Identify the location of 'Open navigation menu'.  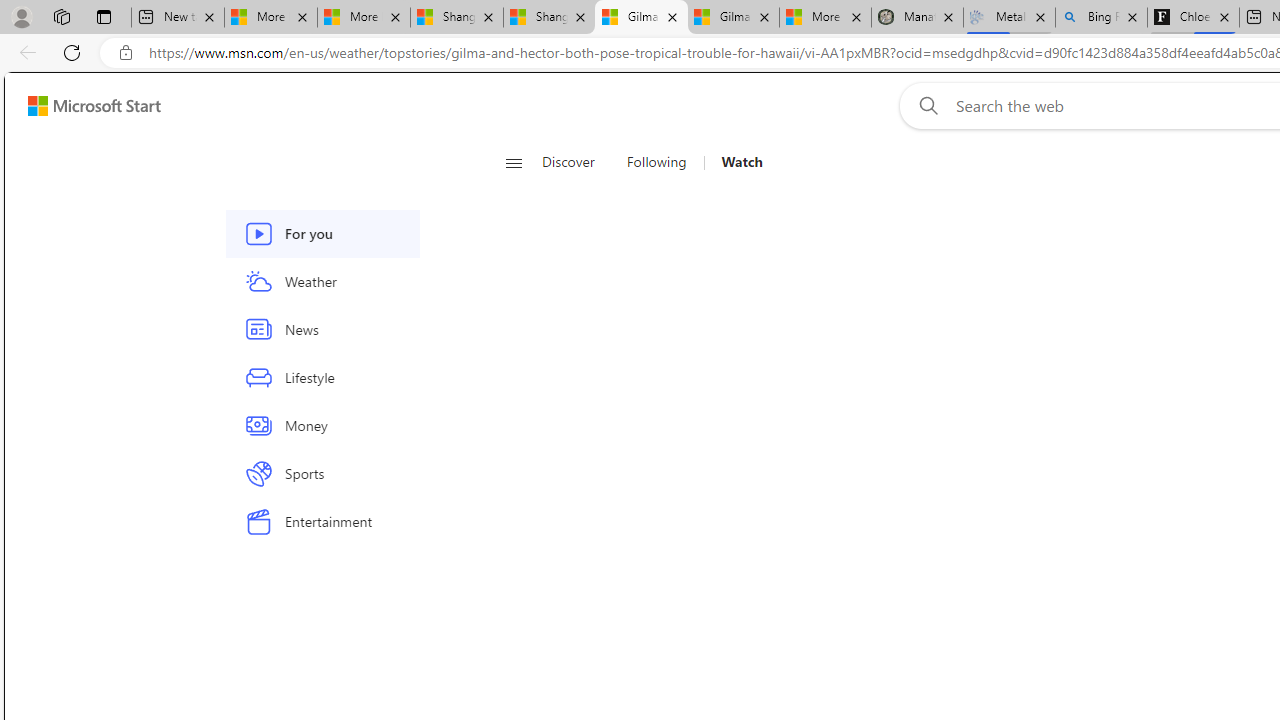
(513, 162).